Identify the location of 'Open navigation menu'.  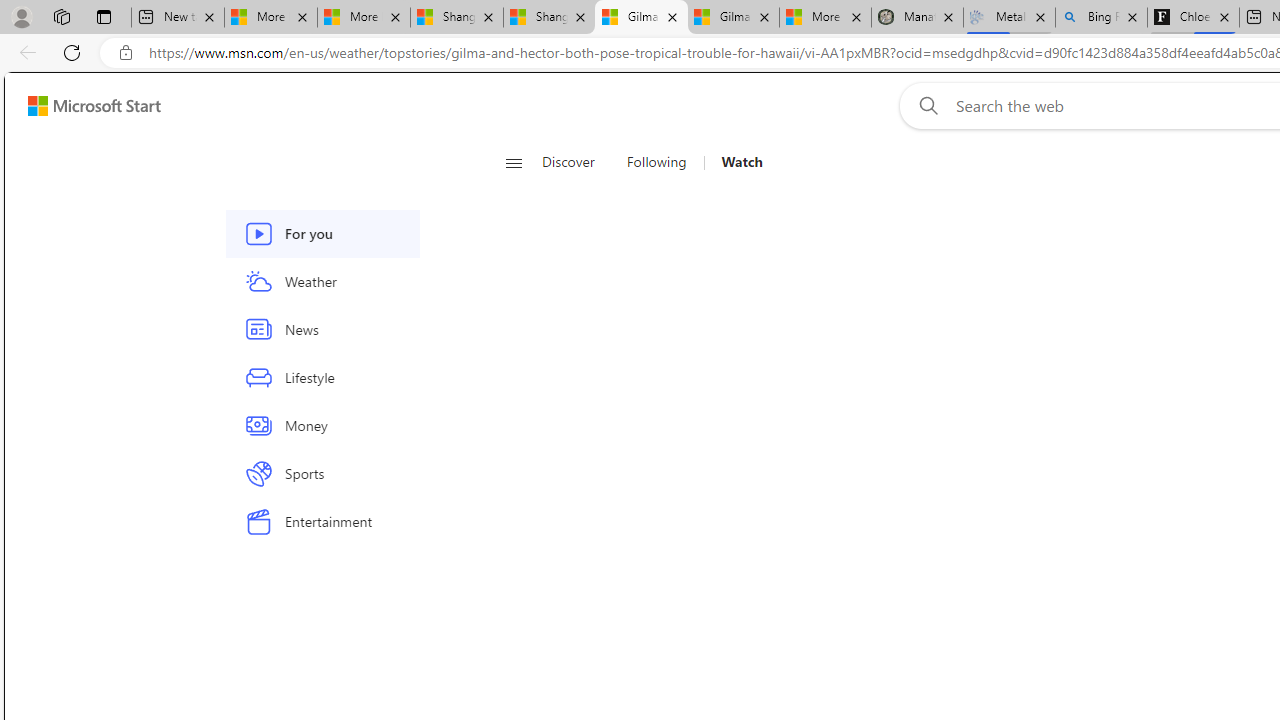
(513, 162).